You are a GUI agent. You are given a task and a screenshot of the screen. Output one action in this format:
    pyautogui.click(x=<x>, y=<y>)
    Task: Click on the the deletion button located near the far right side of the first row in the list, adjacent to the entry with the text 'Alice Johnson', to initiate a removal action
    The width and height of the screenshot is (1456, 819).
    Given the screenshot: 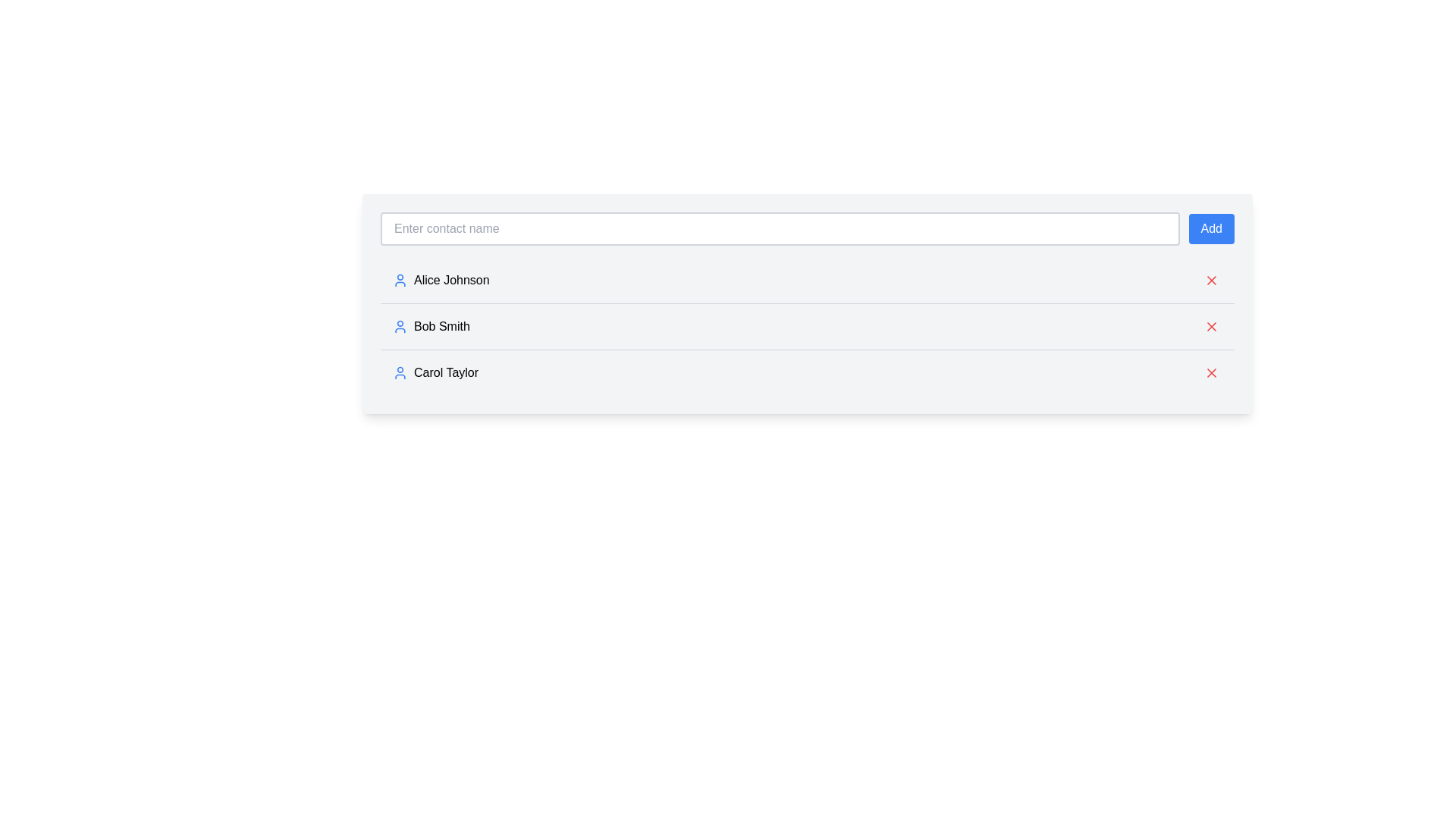 What is the action you would take?
    pyautogui.click(x=1211, y=281)
    